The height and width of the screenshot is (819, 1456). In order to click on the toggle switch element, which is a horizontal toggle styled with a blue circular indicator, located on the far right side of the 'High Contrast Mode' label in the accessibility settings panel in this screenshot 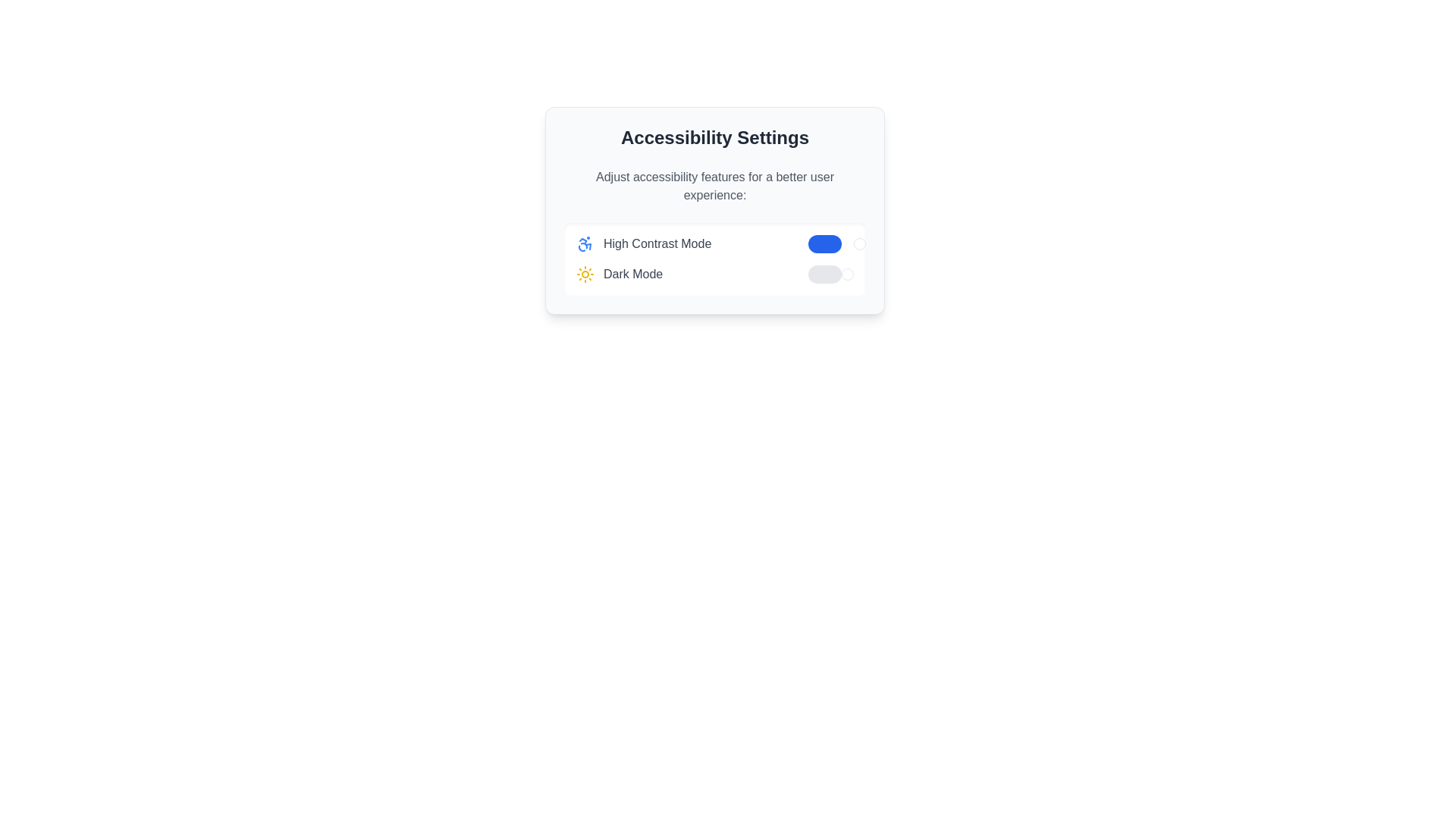, I will do `click(830, 243)`.